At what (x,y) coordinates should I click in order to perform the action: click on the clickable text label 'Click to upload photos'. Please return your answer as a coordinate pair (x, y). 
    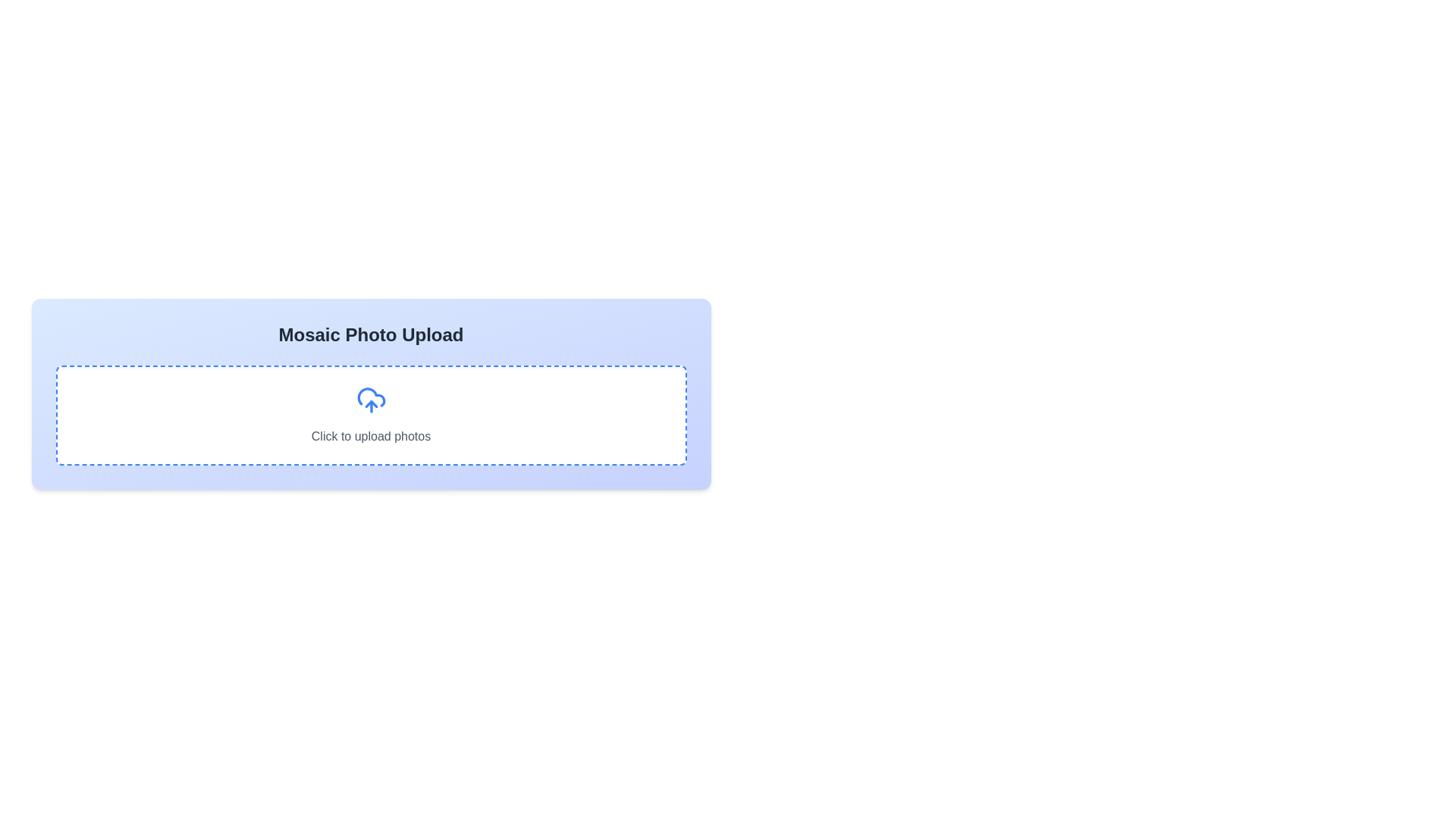
    Looking at the image, I should click on (371, 415).